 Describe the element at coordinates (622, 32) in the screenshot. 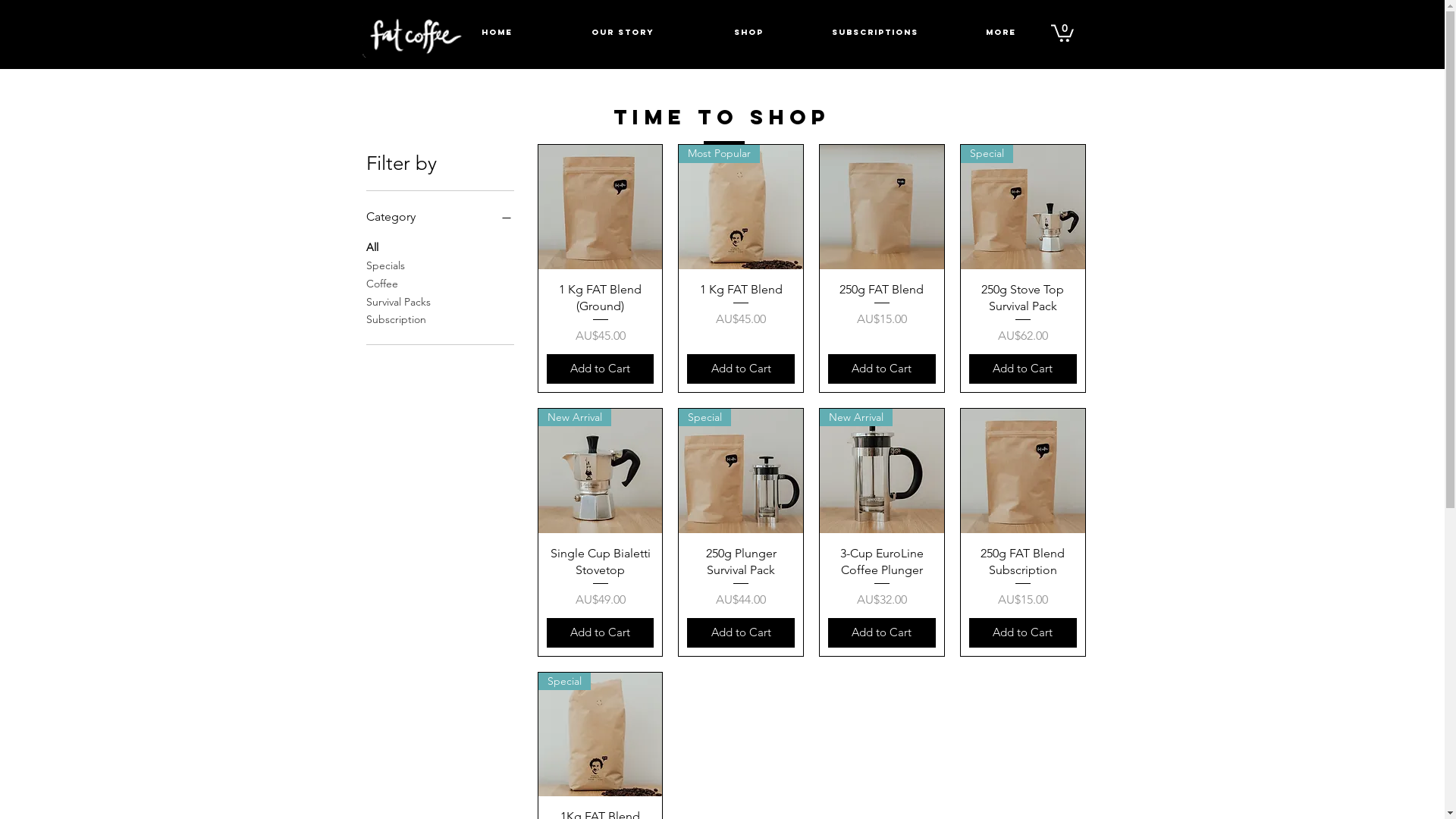

I see `'OUR STORY'` at that location.